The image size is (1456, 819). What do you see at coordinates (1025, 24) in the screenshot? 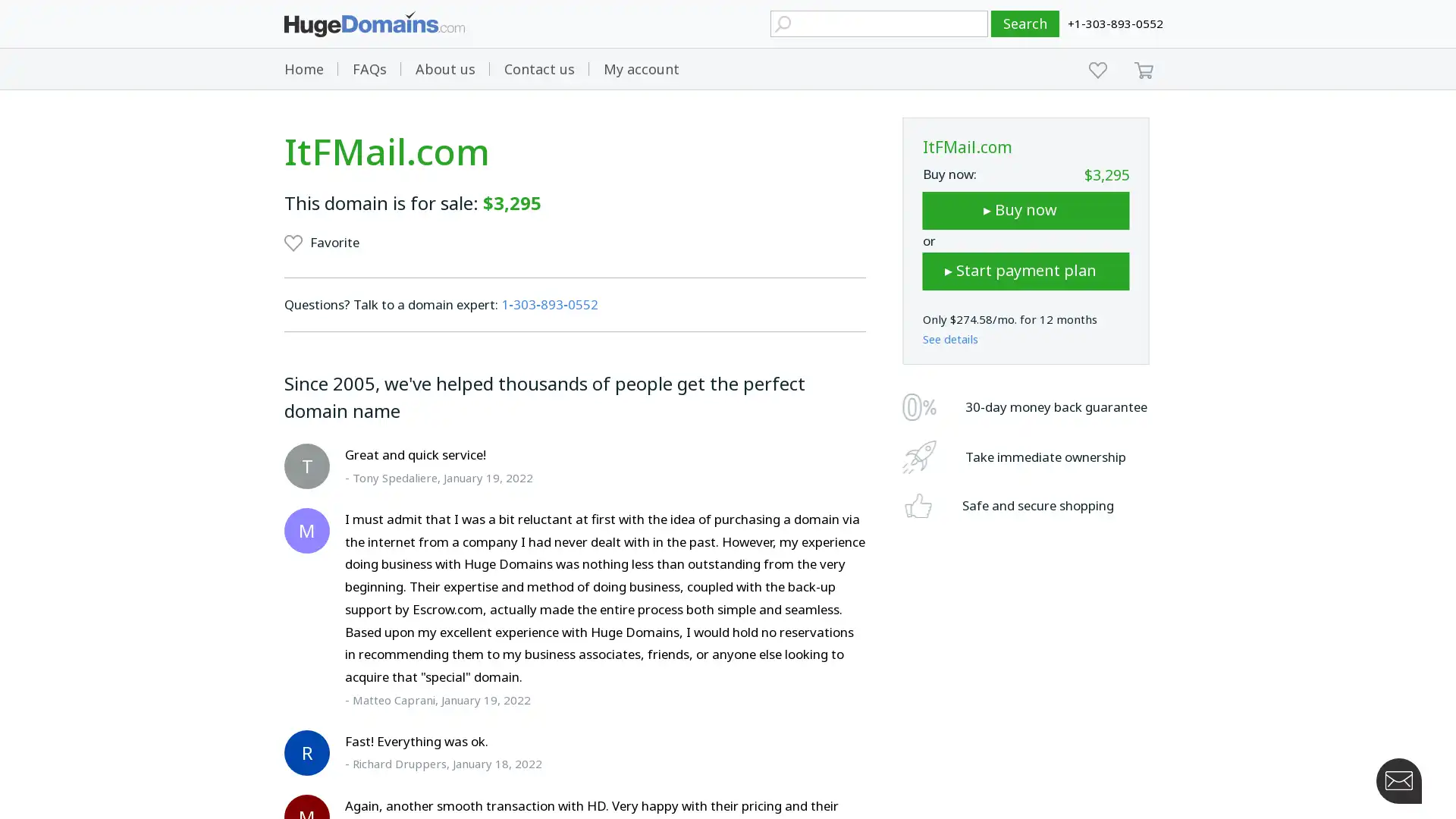
I see `Search` at bounding box center [1025, 24].